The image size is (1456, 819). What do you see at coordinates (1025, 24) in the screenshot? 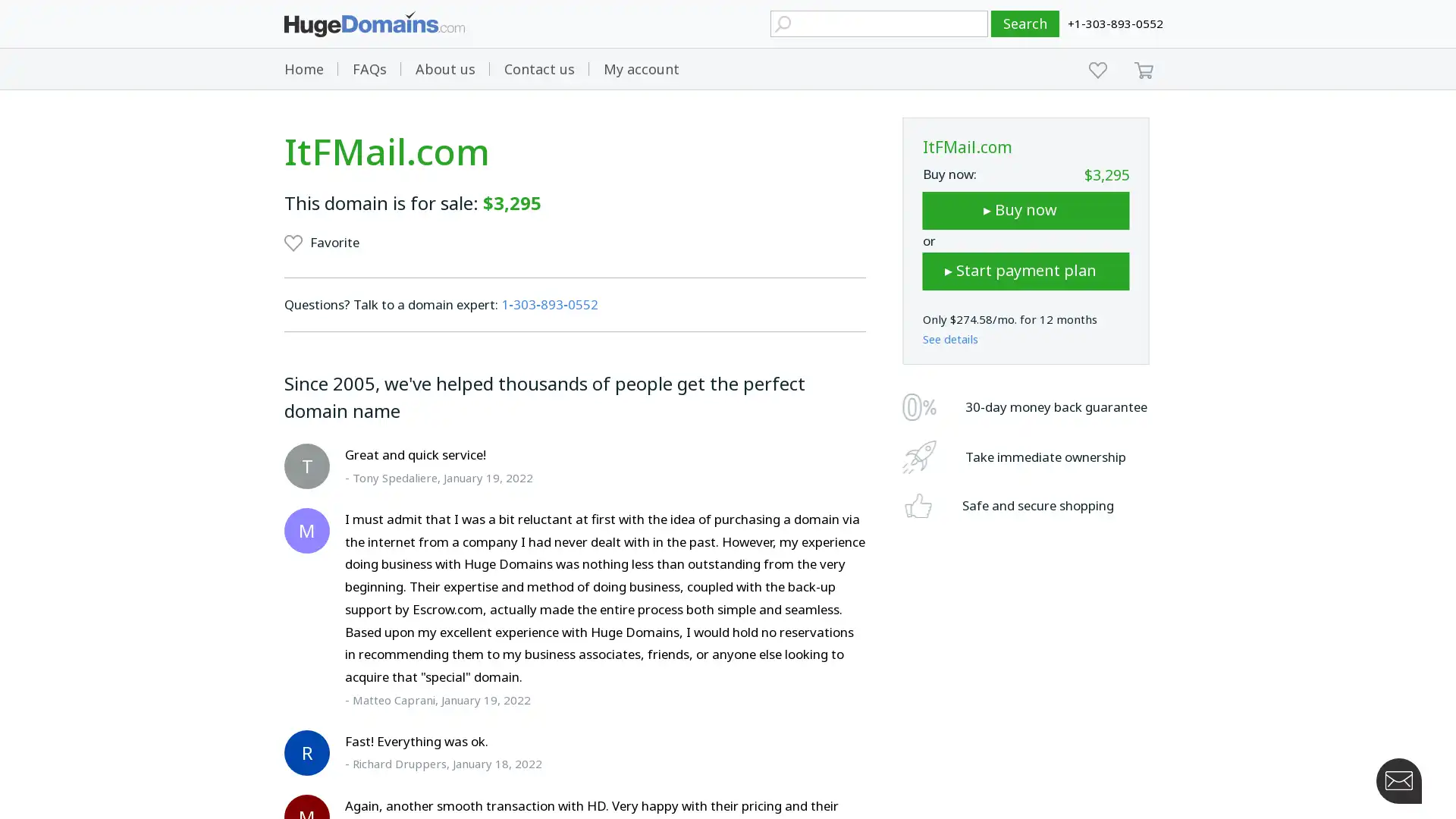
I see `Search` at bounding box center [1025, 24].